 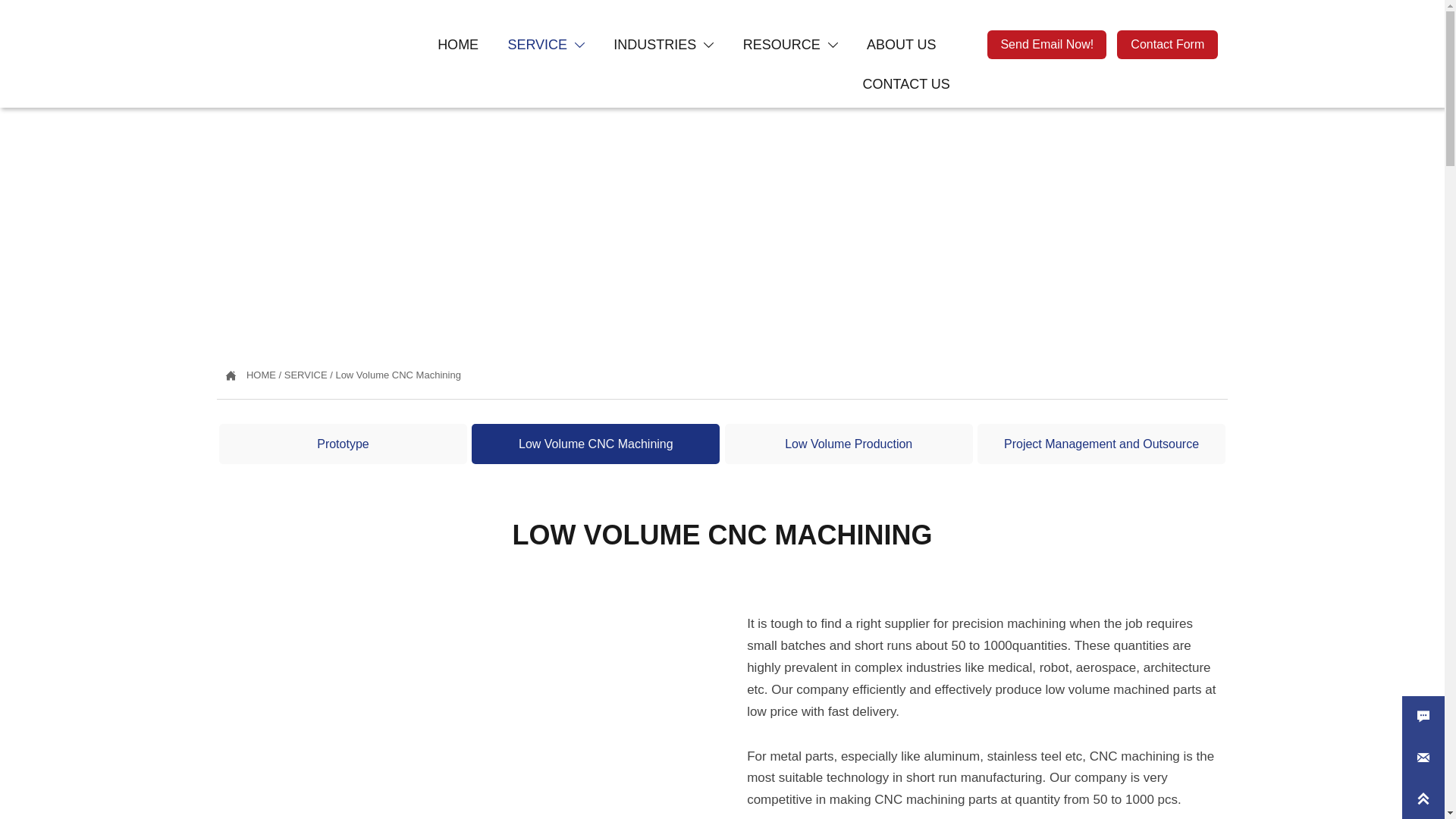 What do you see at coordinates (1046, 43) in the screenshot?
I see `'Send Email Now!'` at bounding box center [1046, 43].